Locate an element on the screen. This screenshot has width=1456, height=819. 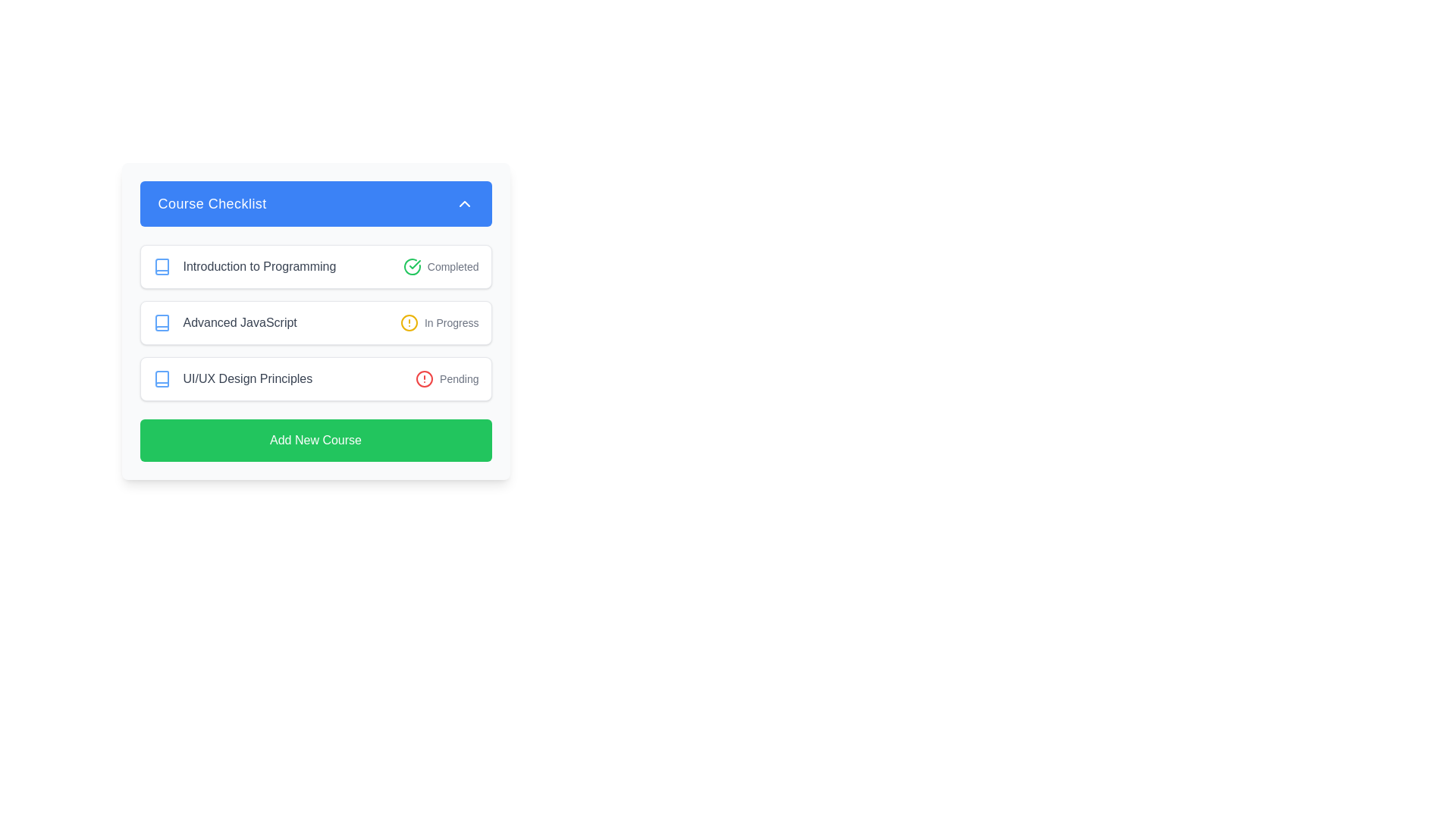
the text label displaying 'UI/UX Design Principles' in the course checklist interface is located at coordinates (247, 378).